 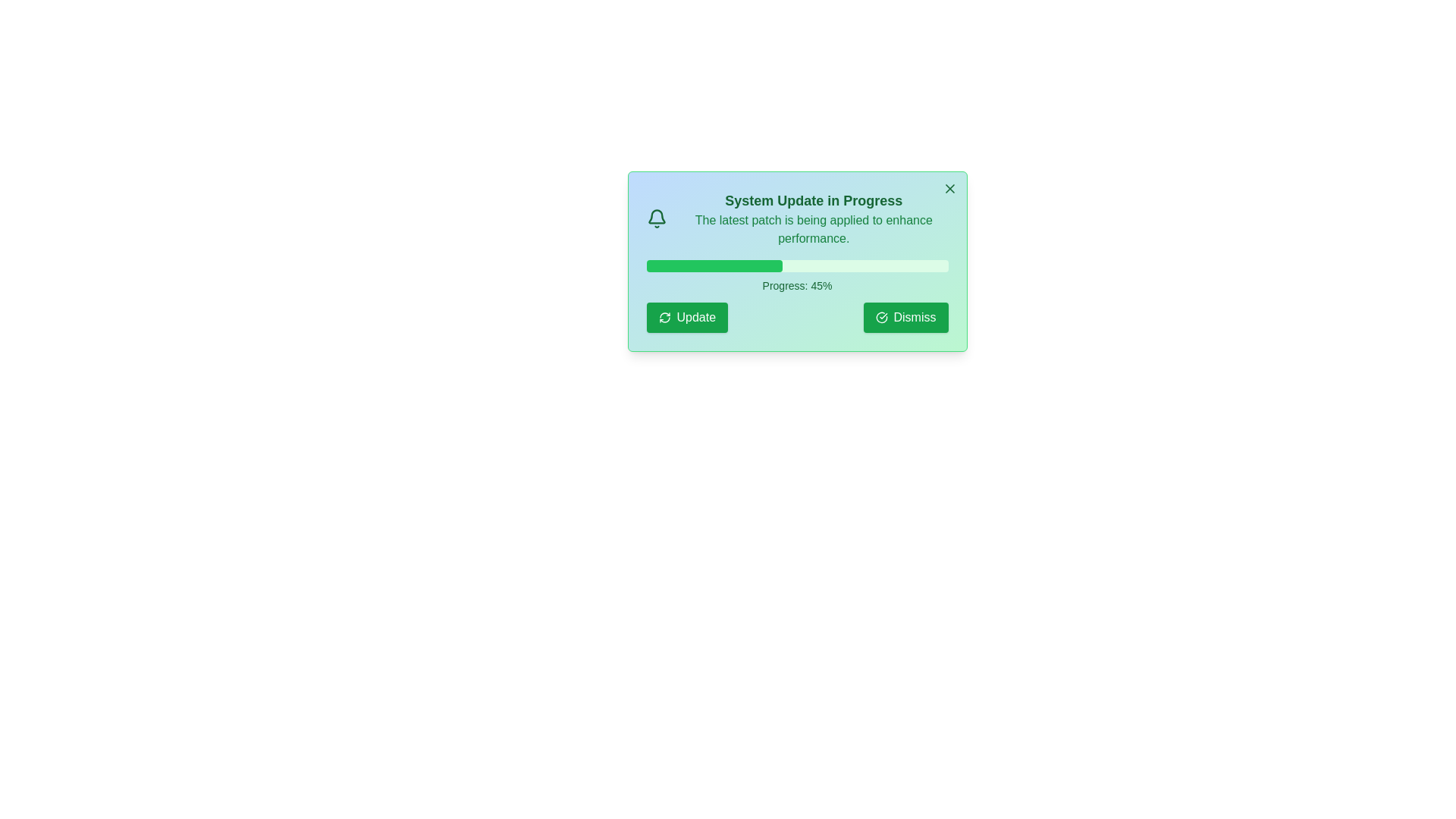 I want to click on the progress bar to 55% by adjusting its width, so click(x=811, y=265).